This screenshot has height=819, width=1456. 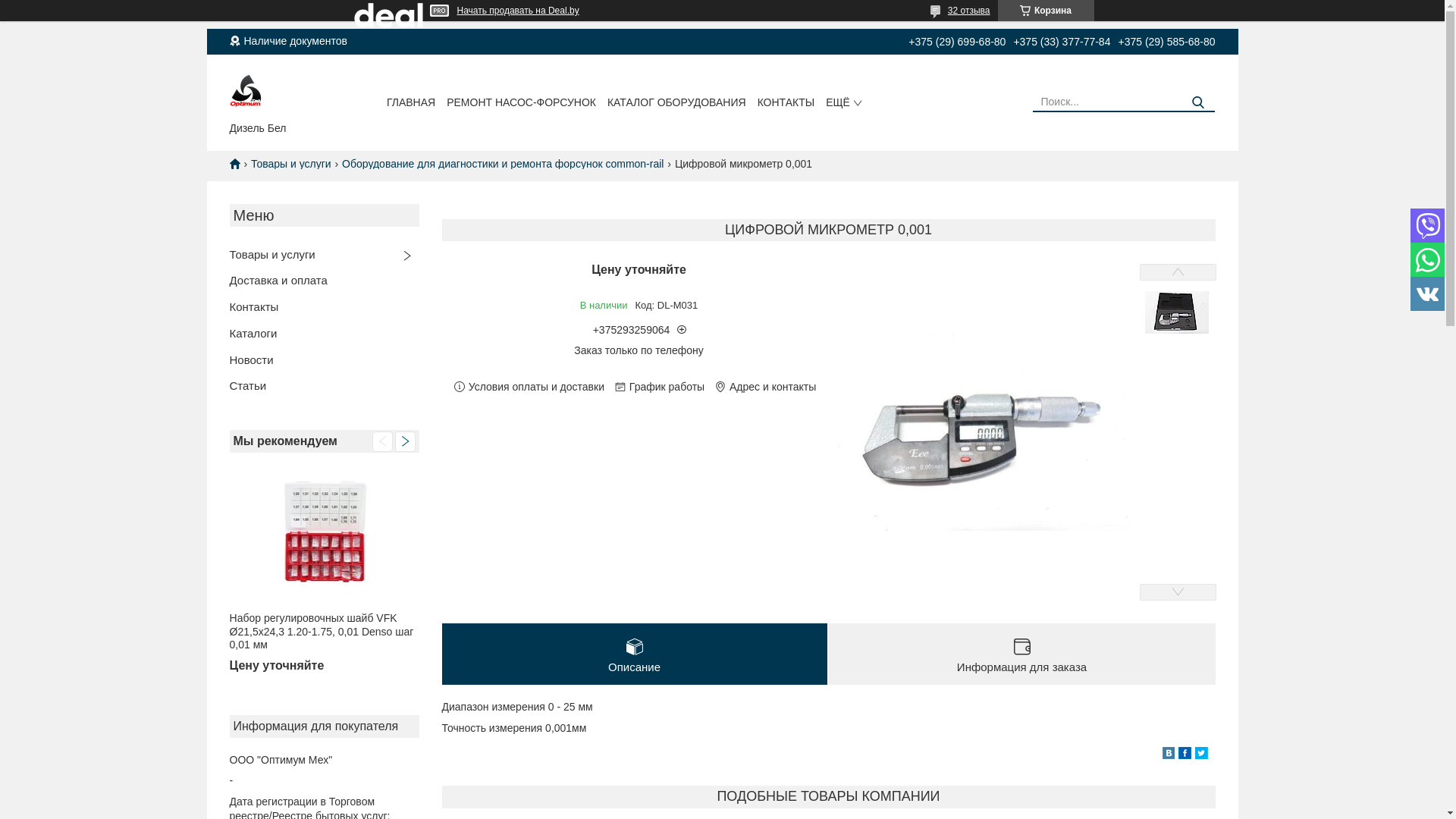 I want to click on 'facebook', so click(x=1184, y=755).